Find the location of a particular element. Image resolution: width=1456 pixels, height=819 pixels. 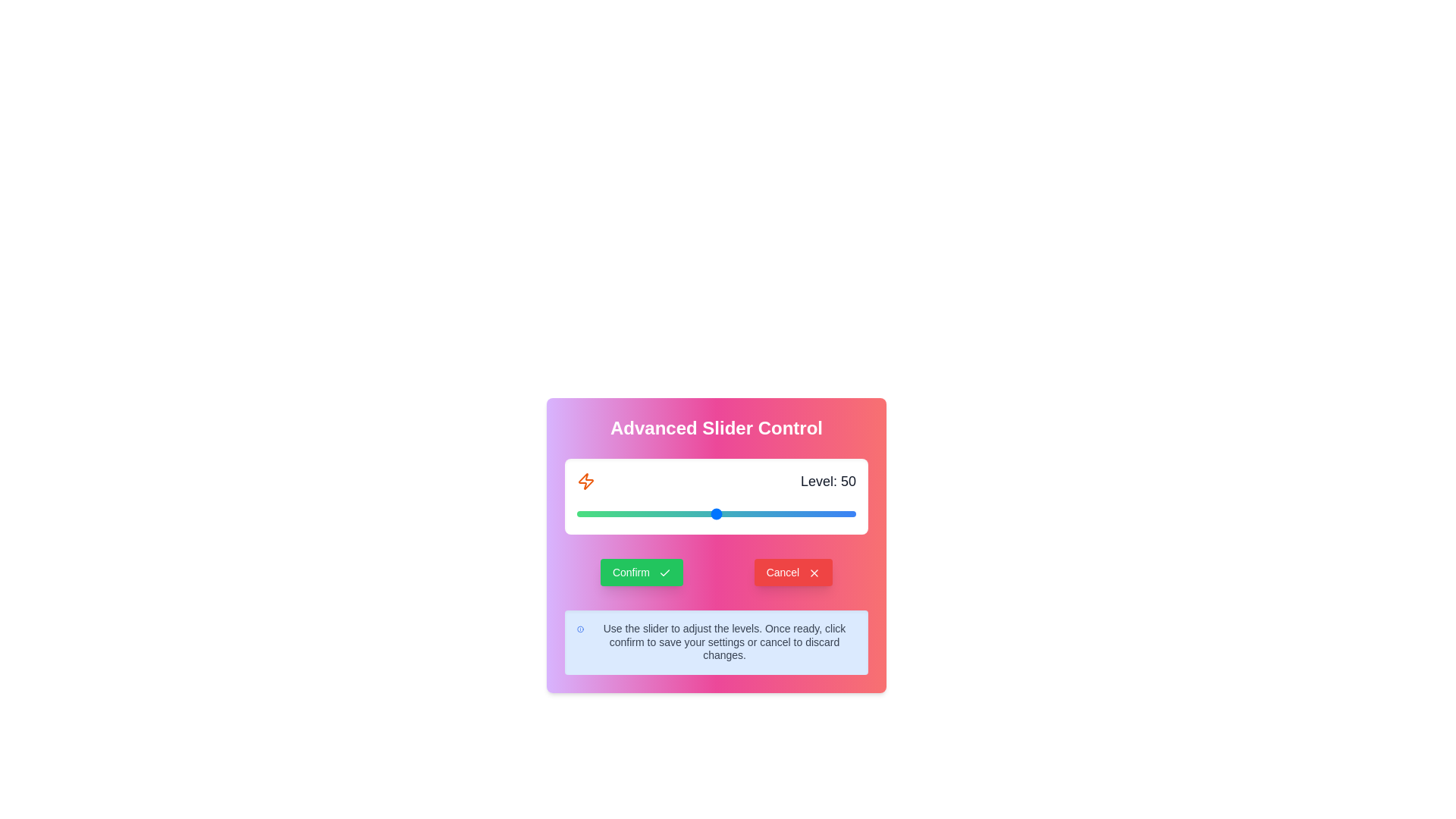

the informational text below the slider to read it is located at coordinates (716, 642).